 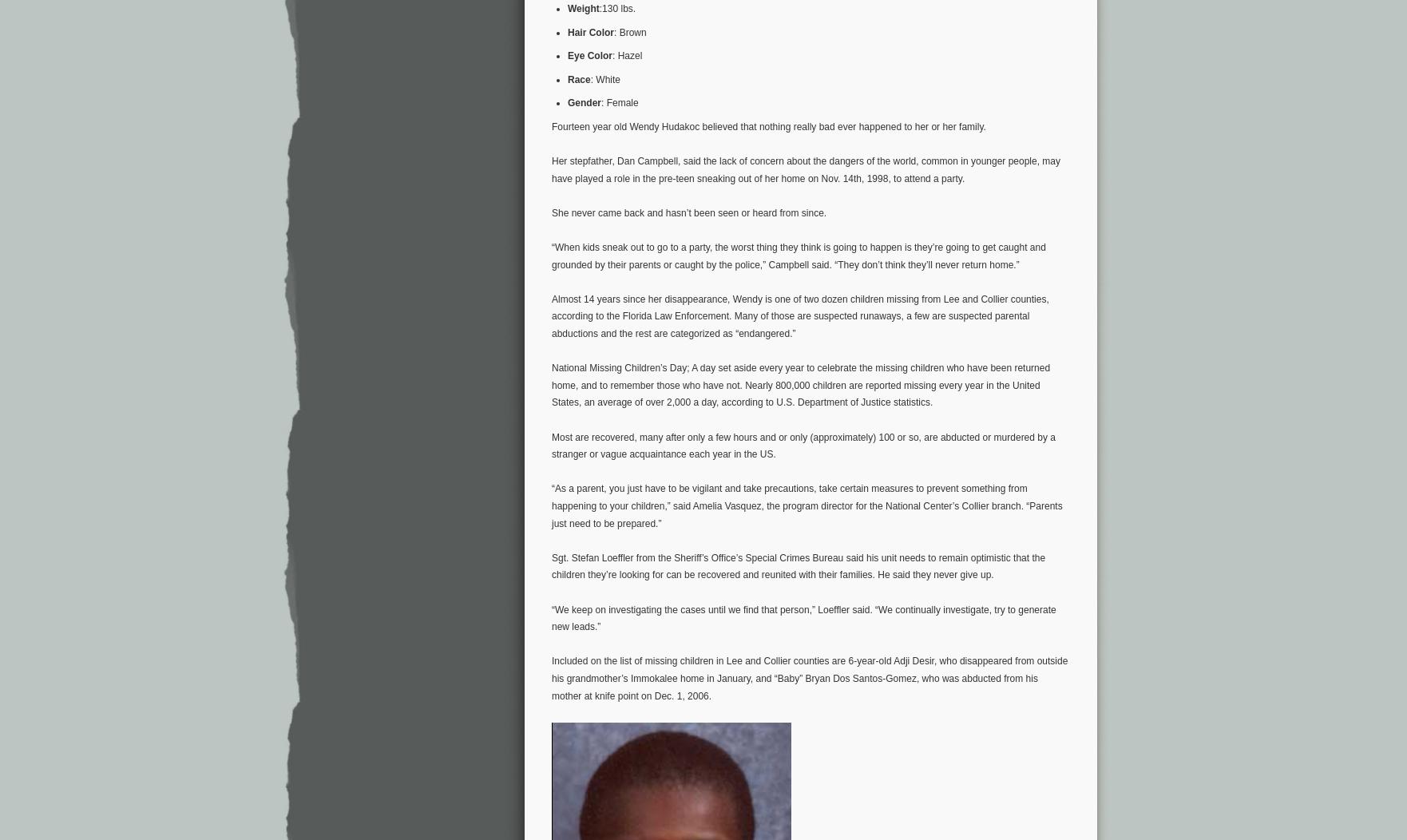 I want to click on 'She never came back and hasn’t been seen or heard from since.', so click(x=688, y=212).